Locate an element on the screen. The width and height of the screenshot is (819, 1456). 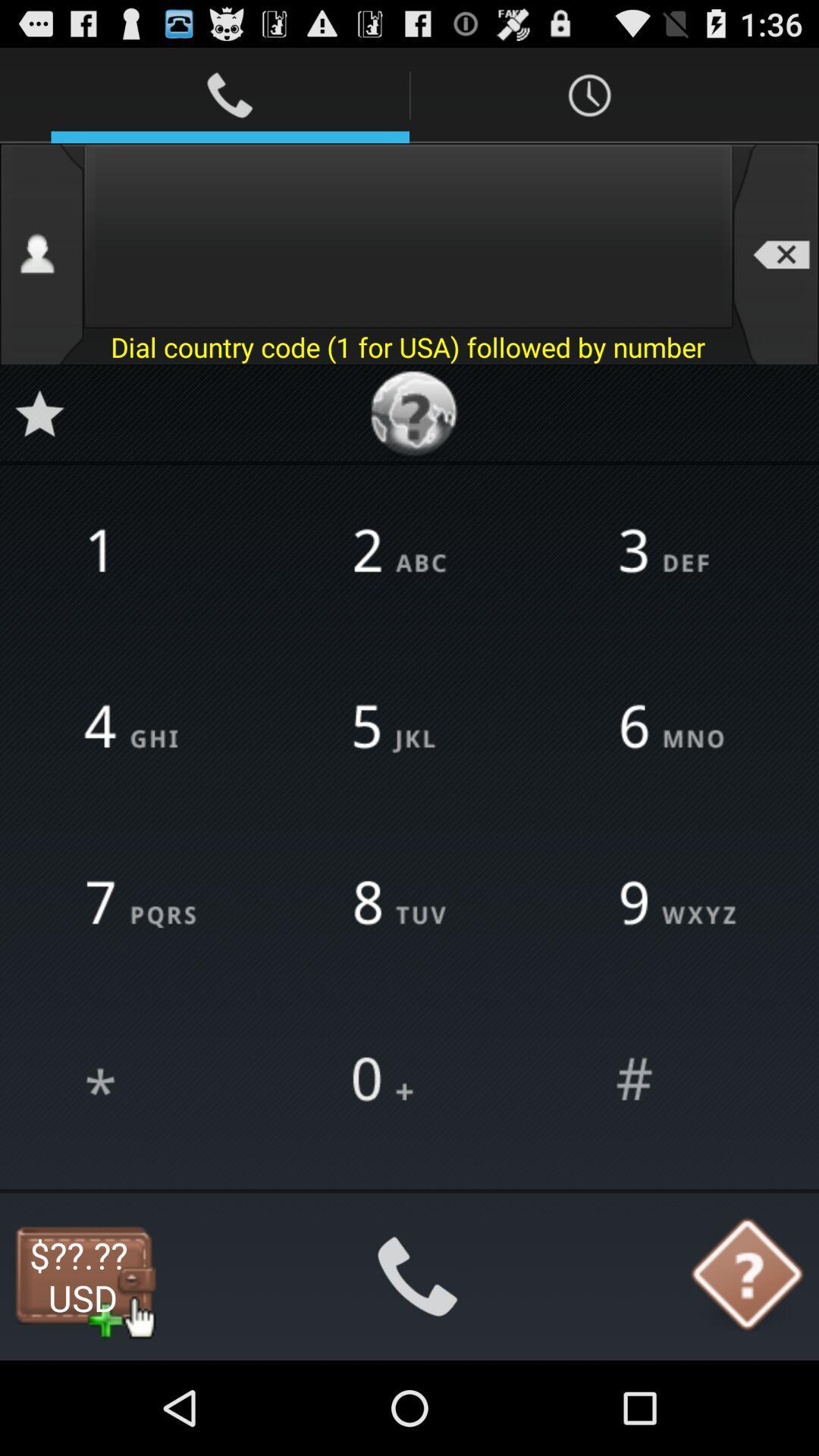
first icon from top right is located at coordinates (589, 94).